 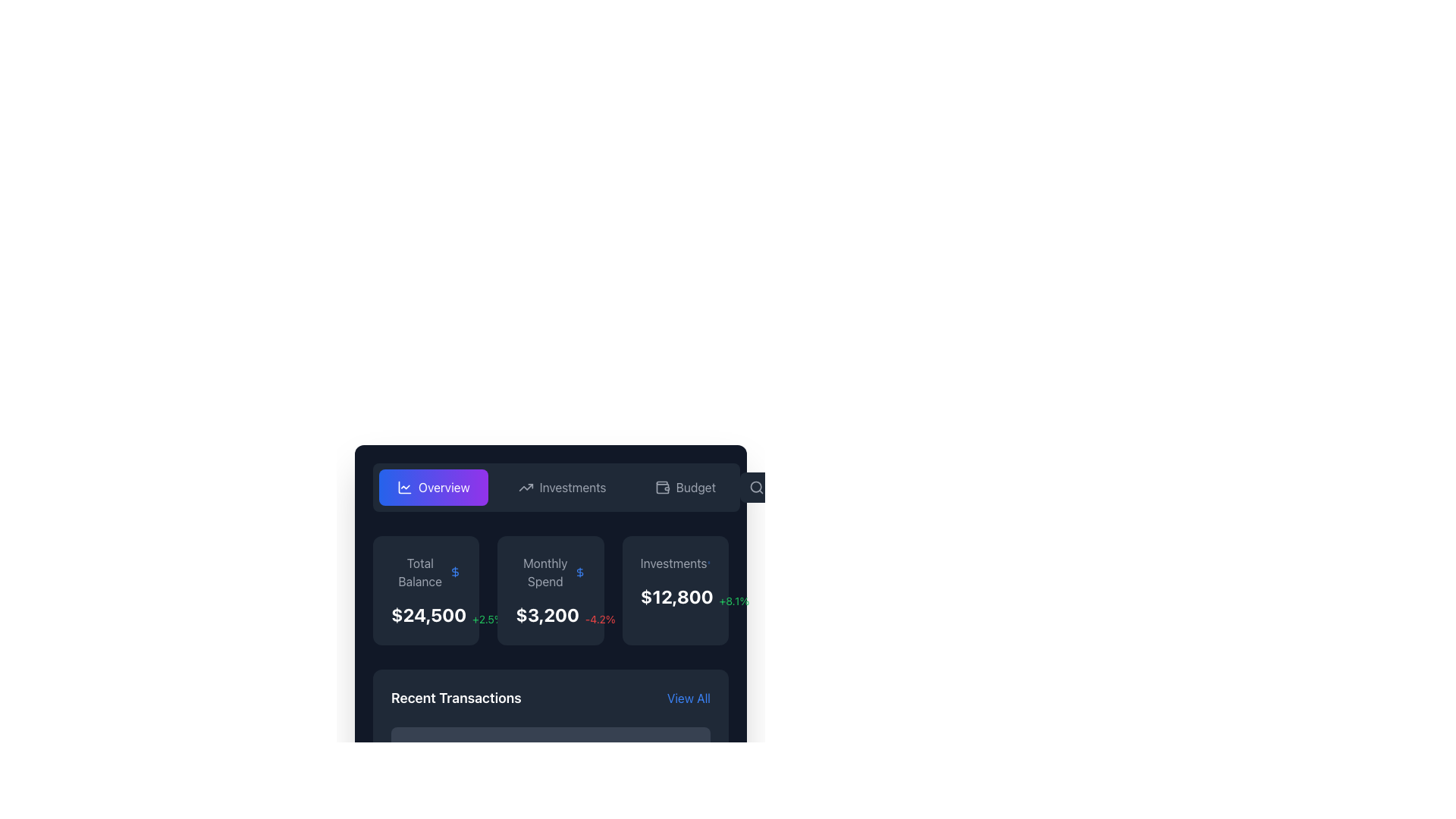 I want to click on the rounded button with a gradient background and a white chart icon labeled 'Overview', so click(x=432, y=488).